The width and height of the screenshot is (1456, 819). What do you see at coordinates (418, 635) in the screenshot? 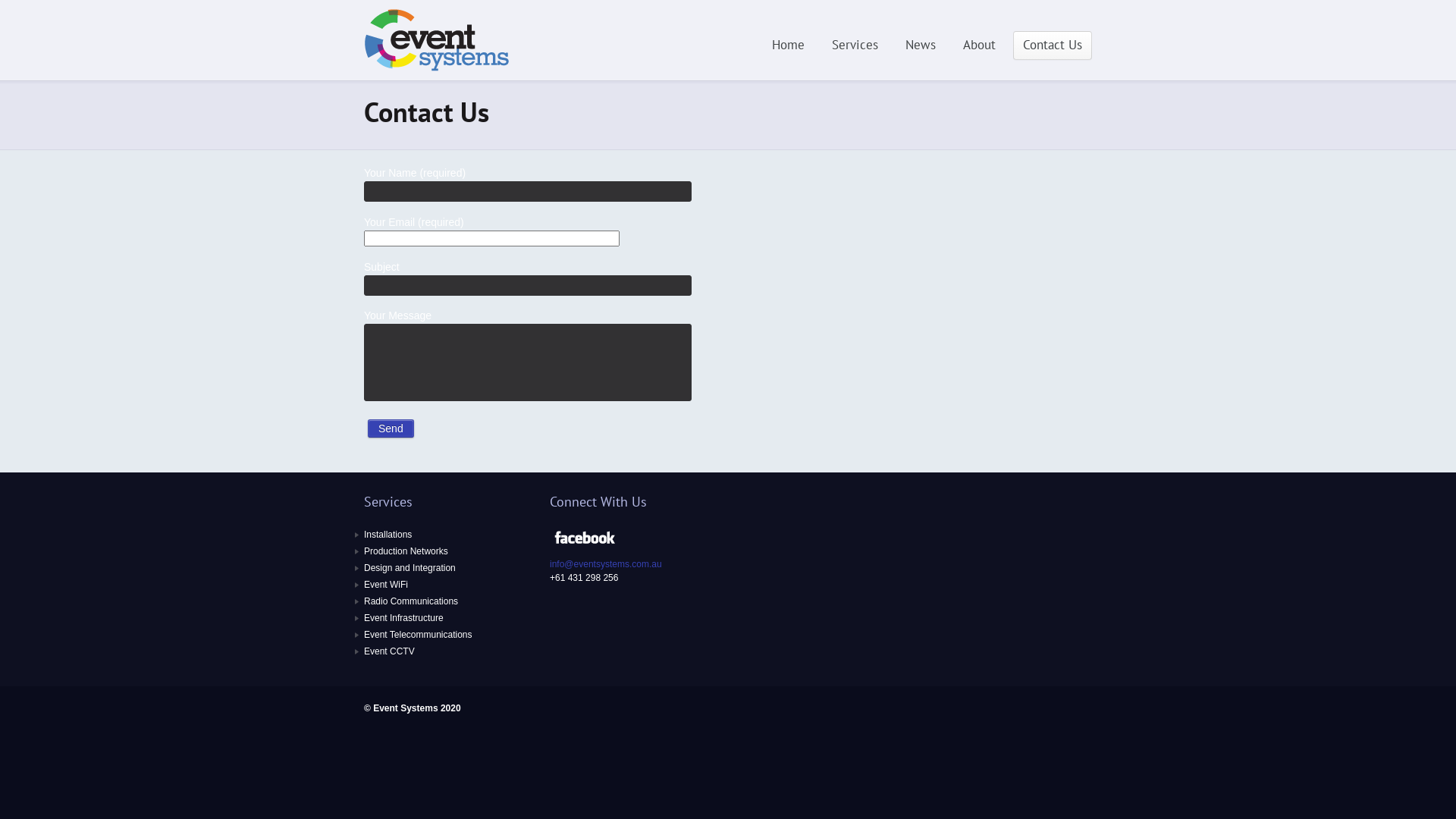
I see `'Event Telecommunications'` at bounding box center [418, 635].